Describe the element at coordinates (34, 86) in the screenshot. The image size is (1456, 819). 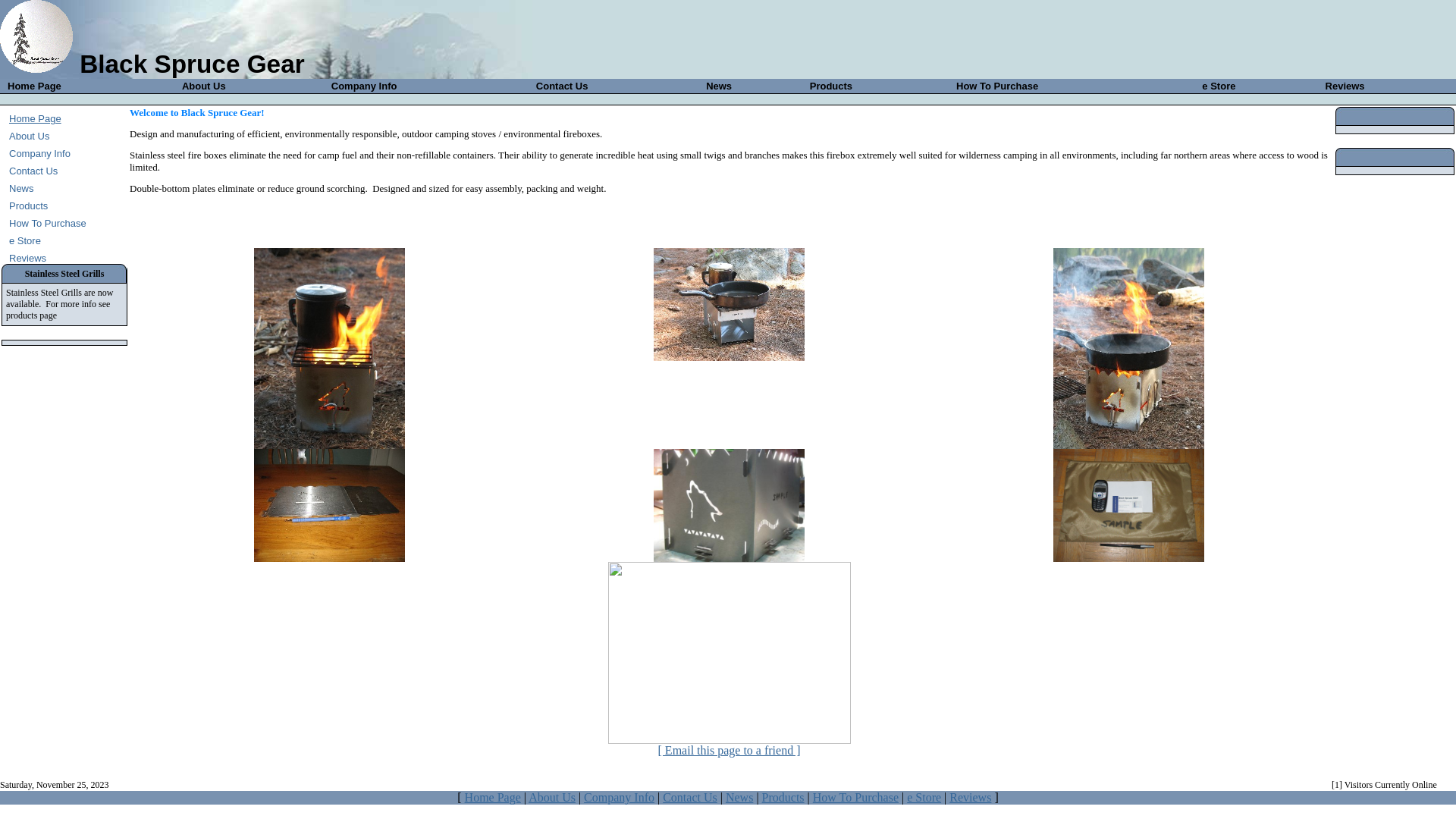
I see `'Home Page'` at that location.